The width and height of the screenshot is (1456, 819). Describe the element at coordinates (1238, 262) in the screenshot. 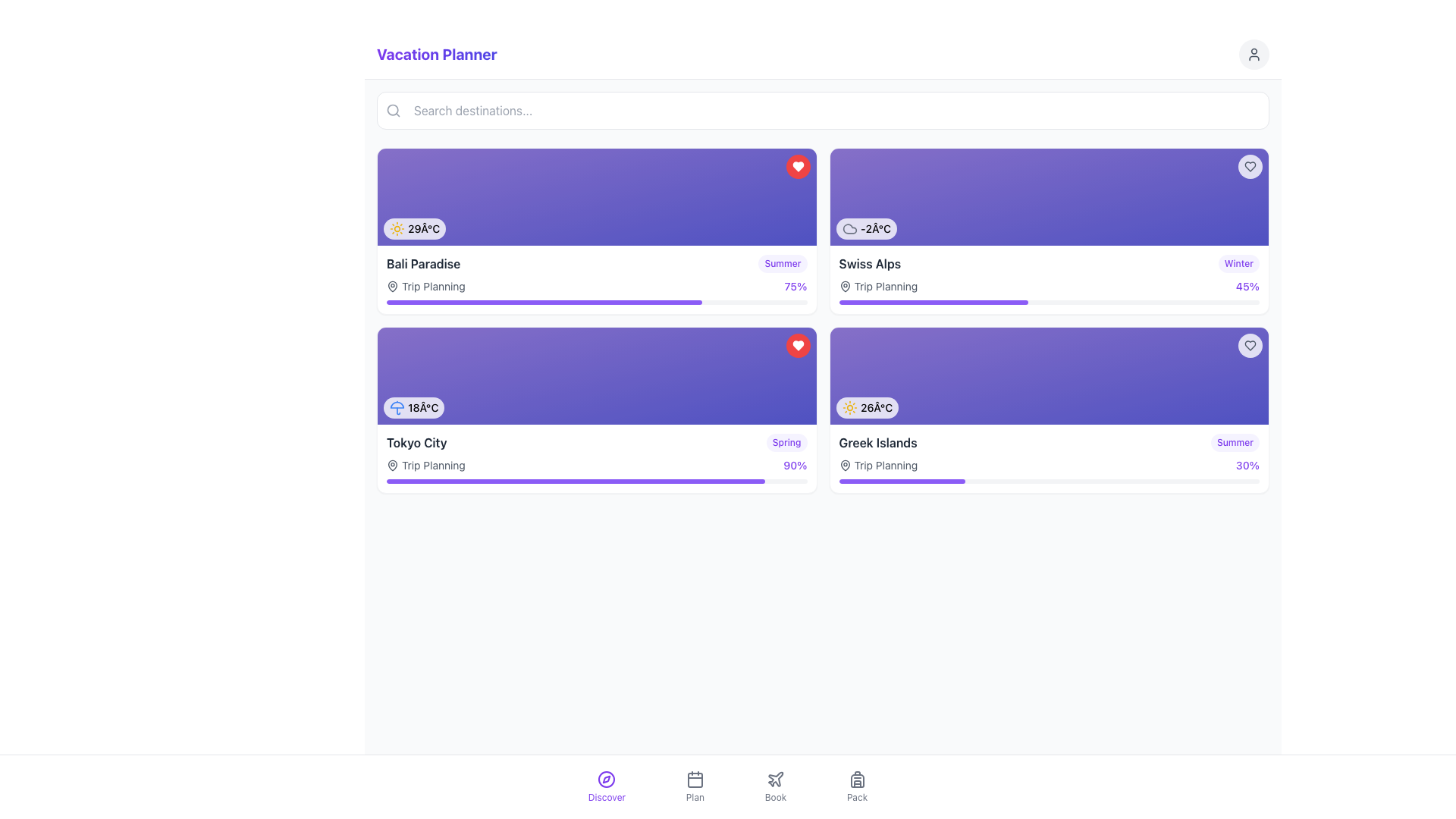

I see `the tag or label indicating a category related to the 'Swiss Alps' block, located to the right of the block at the top-right corner on the second row of blocks` at that location.